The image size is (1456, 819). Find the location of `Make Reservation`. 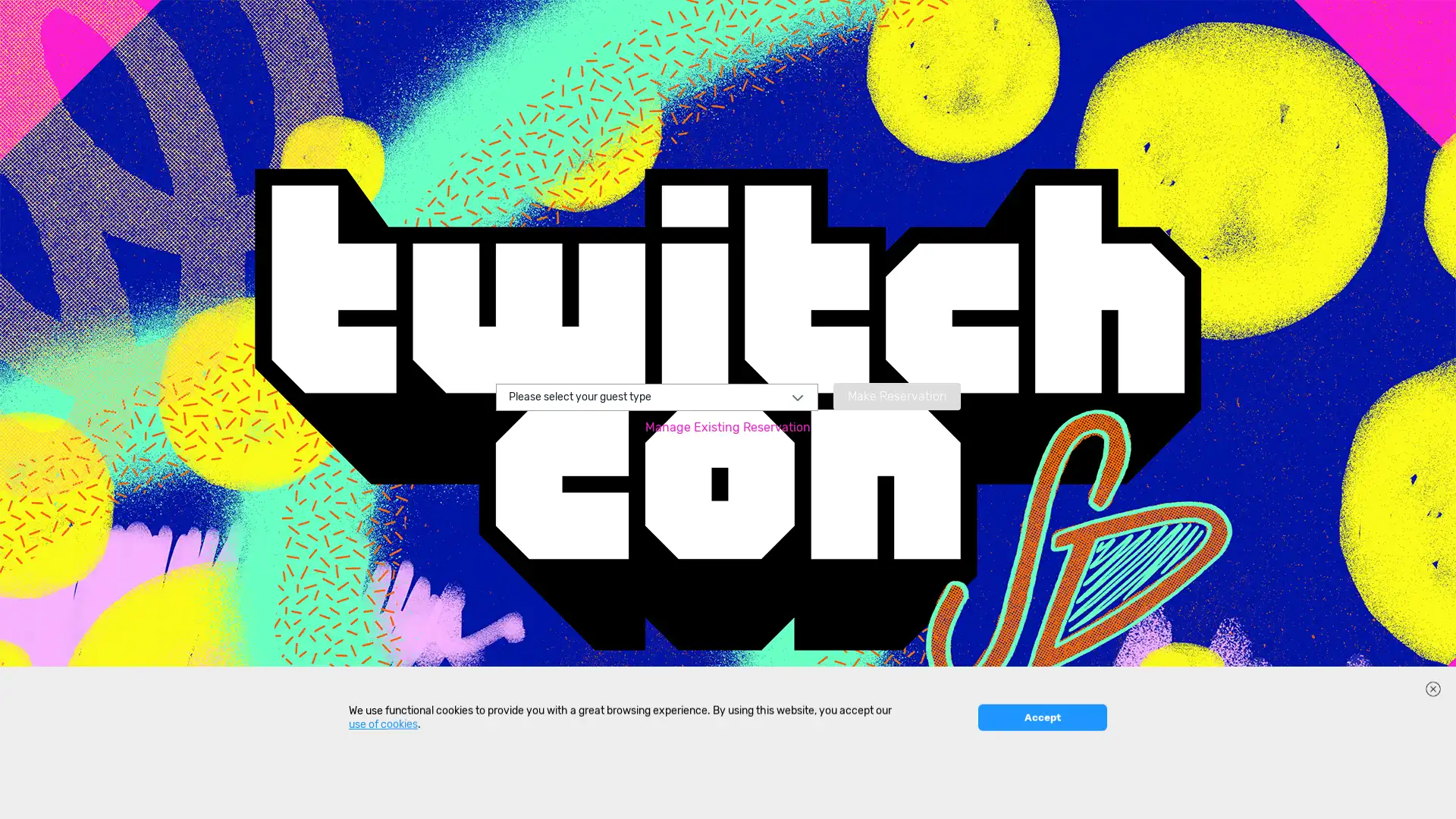

Make Reservation is located at coordinates (896, 394).